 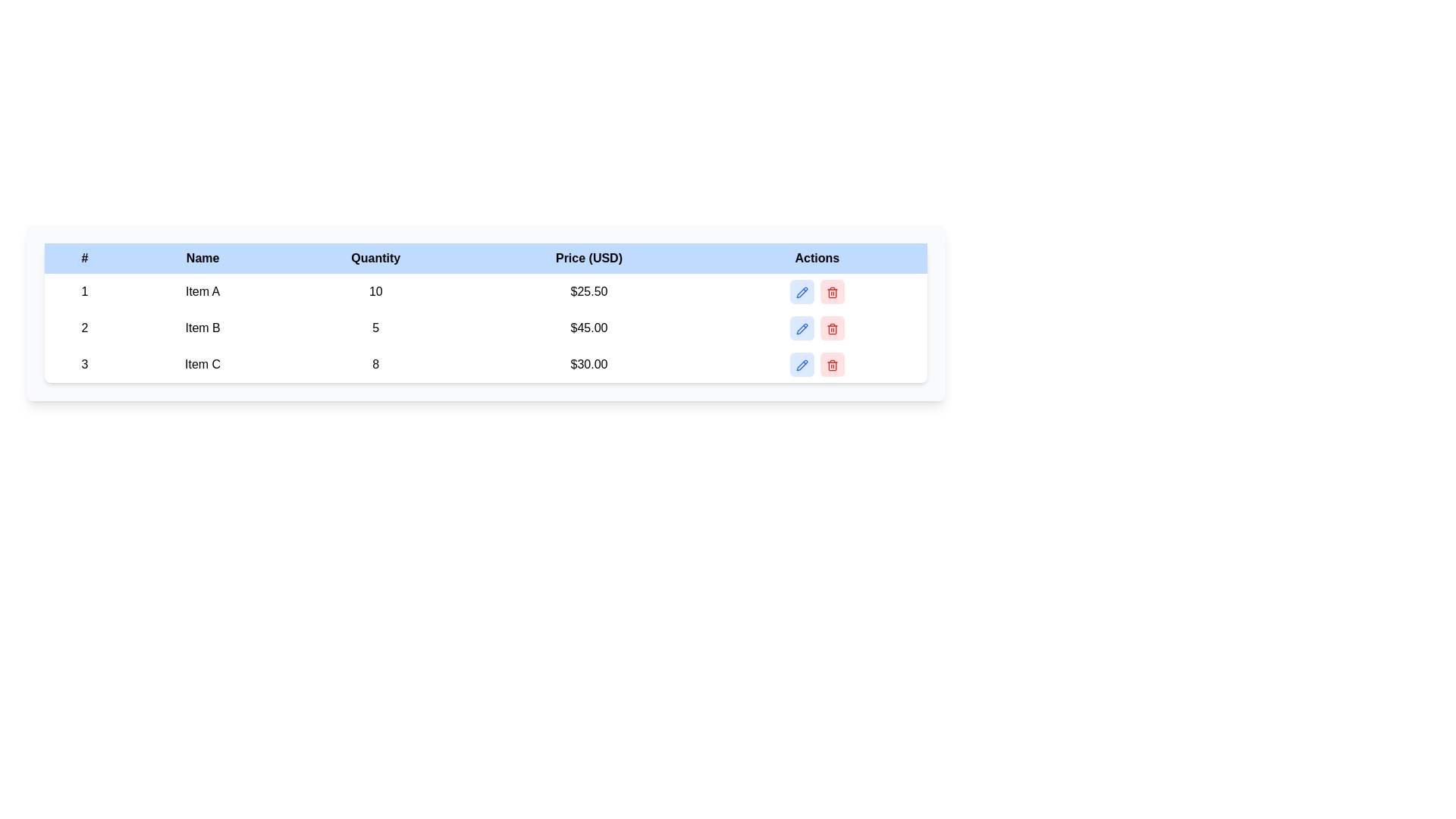 What do you see at coordinates (831, 365) in the screenshot?
I see `the red trash can icon in the Actions column of the last table row corresponding to Item C to initiate the delete action` at bounding box center [831, 365].